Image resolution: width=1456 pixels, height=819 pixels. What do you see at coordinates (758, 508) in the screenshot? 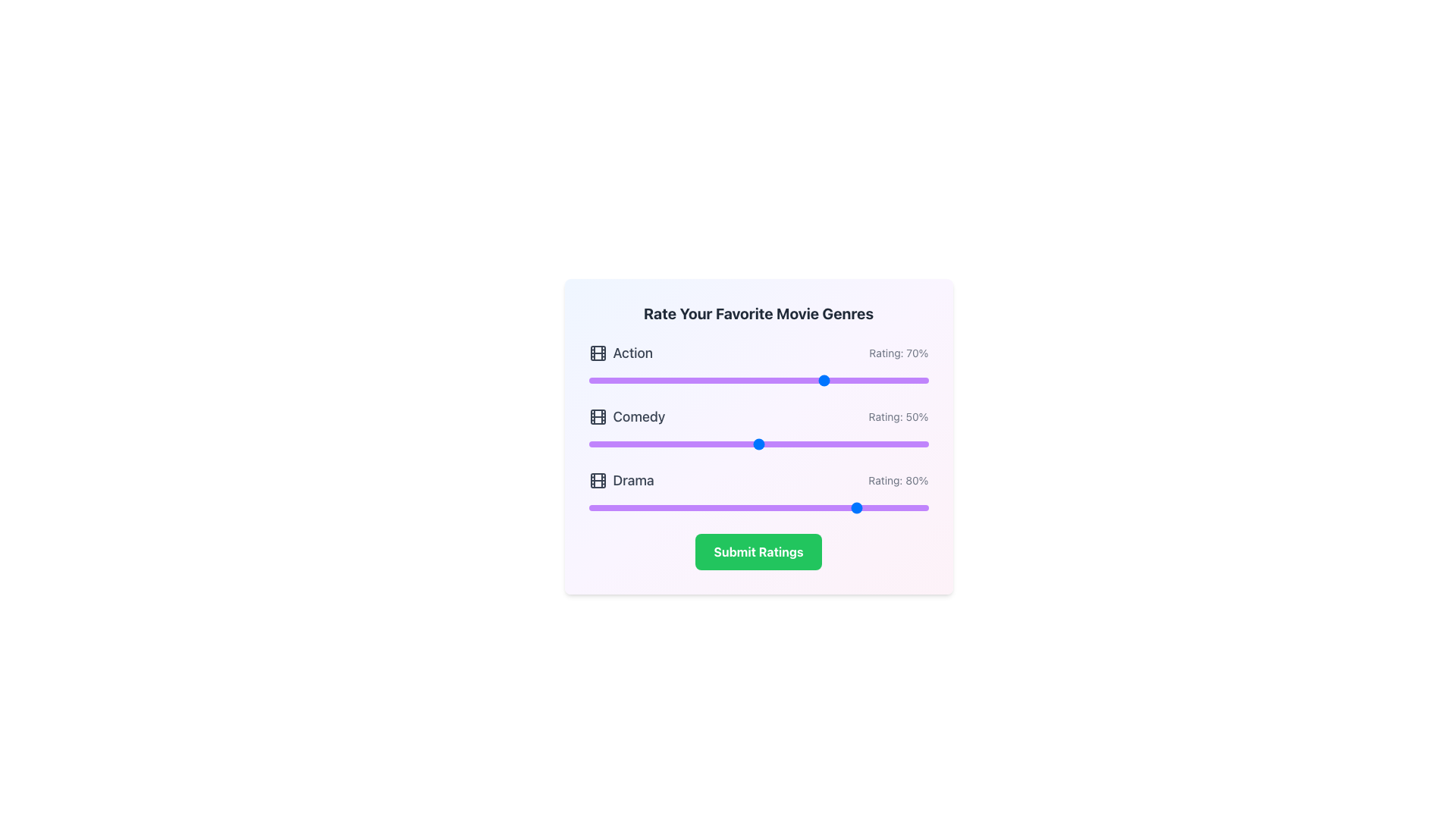
I see `the range slider located below the 'Drama' label and the 'Rating: 80%' text for interaction` at bounding box center [758, 508].